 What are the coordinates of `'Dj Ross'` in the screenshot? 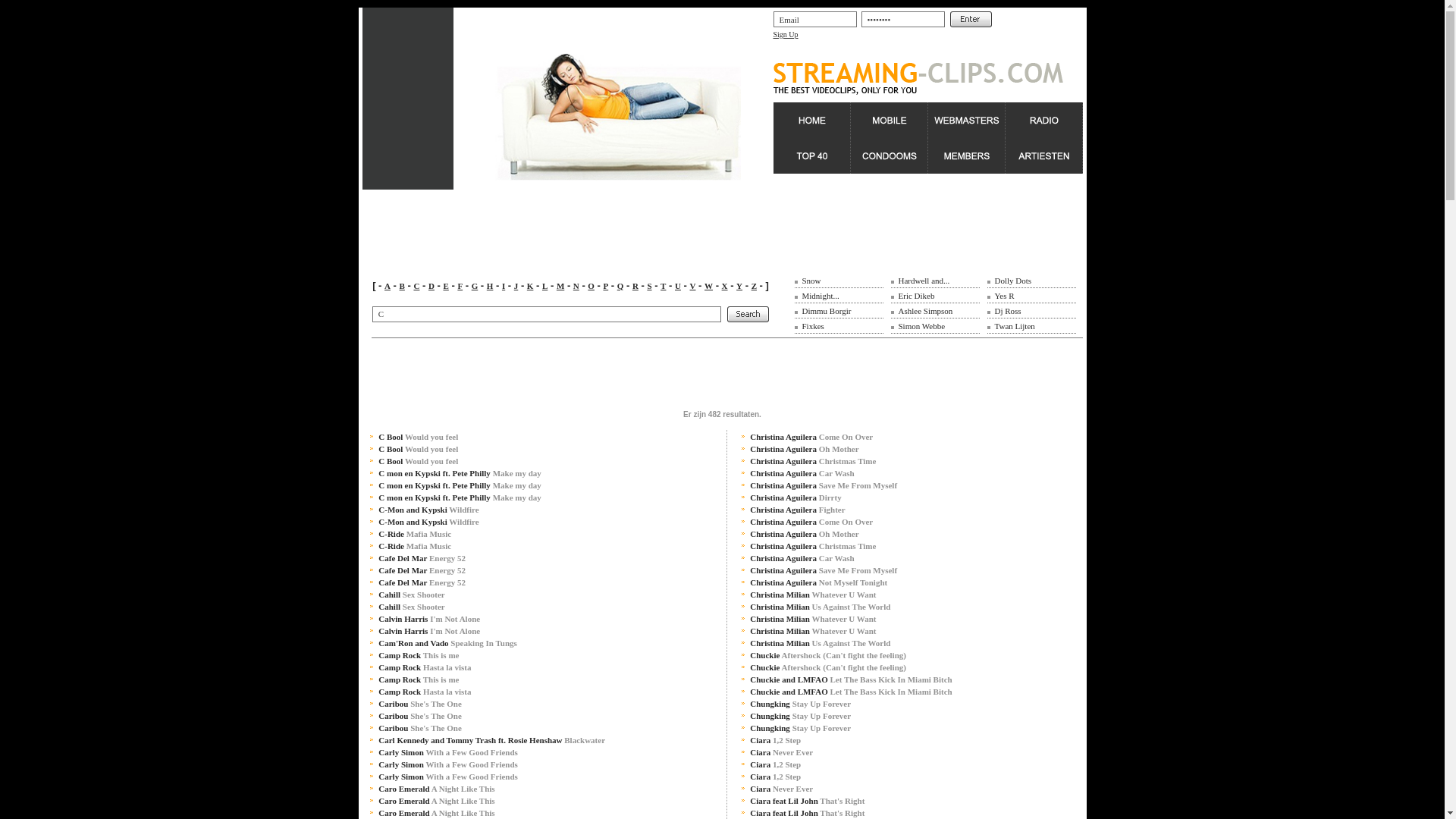 It's located at (1008, 309).